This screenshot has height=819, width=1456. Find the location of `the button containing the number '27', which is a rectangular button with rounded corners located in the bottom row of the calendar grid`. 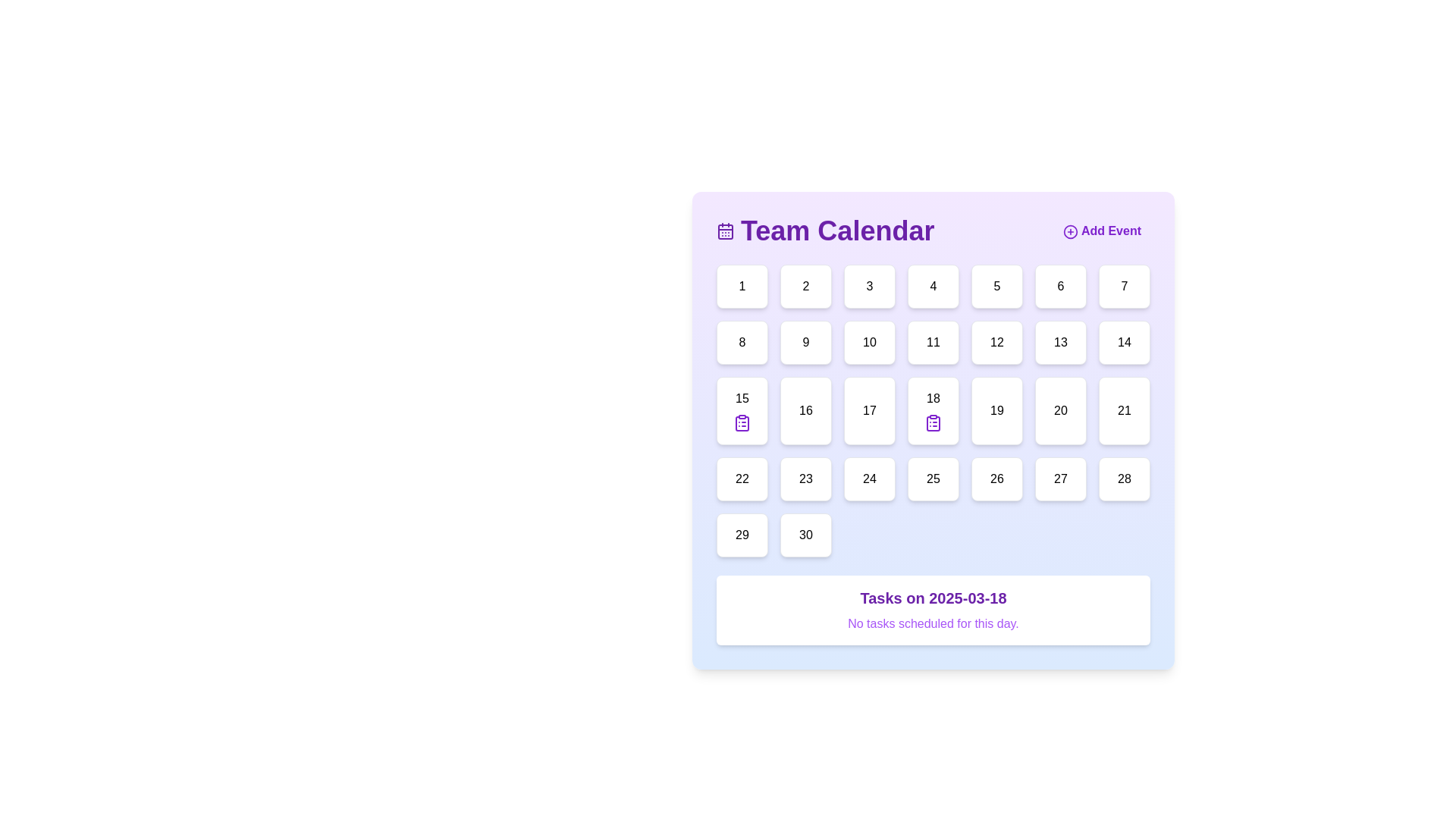

the button containing the number '27', which is a rectangular button with rounded corners located in the bottom row of the calendar grid is located at coordinates (1059, 479).